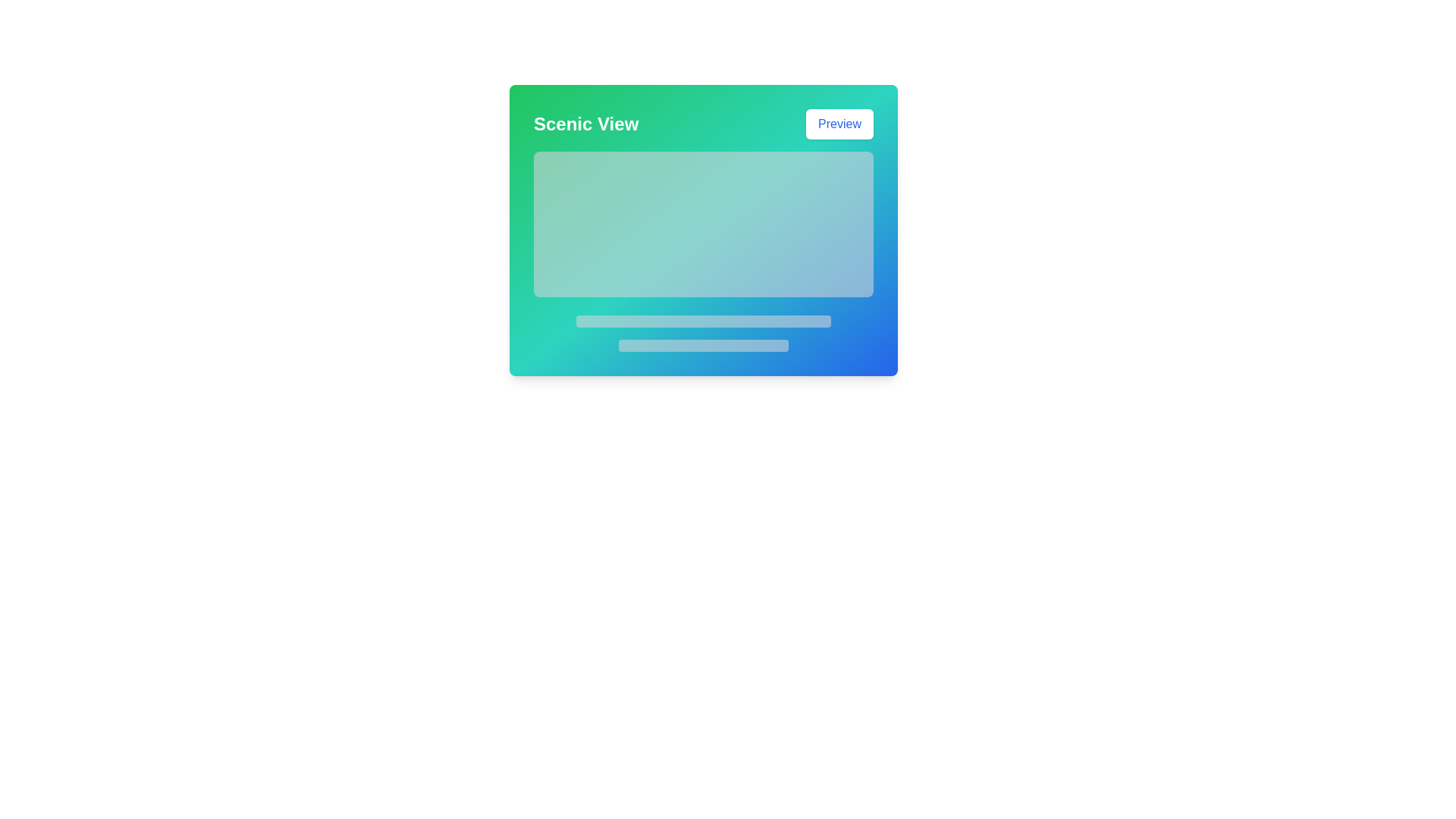 The width and height of the screenshot is (1456, 819). What do you see at coordinates (702, 345) in the screenshot?
I see `the decorative rectangular bar, which is a light gray loading placeholder located beneath a wider bar in the bottom-central part of the interface` at bounding box center [702, 345].